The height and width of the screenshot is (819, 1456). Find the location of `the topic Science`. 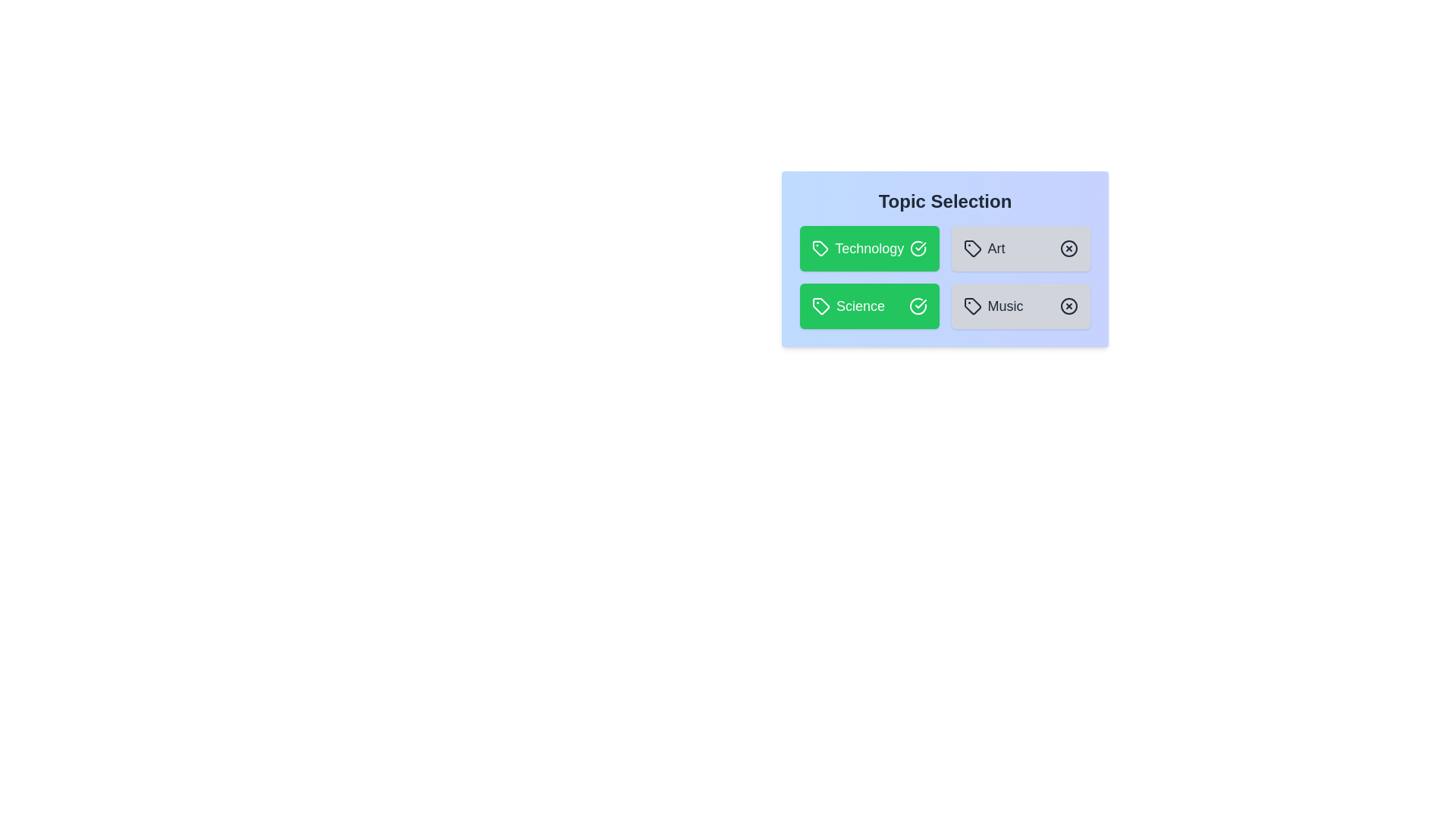

the topic Science is located at coordinates (869, 306).